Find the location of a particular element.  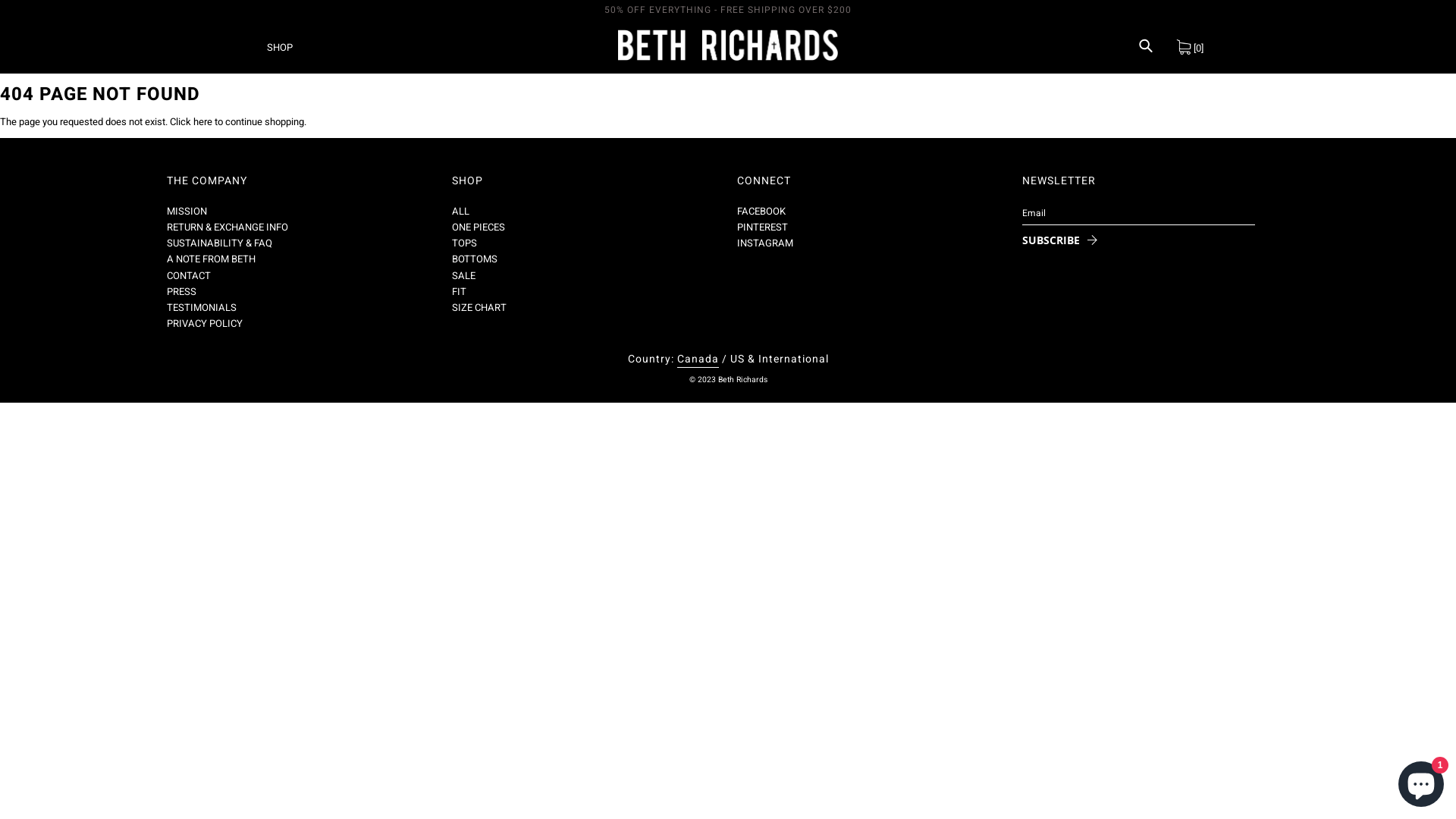

'TESTIMONIALS' is located at coordinates (167, 307).